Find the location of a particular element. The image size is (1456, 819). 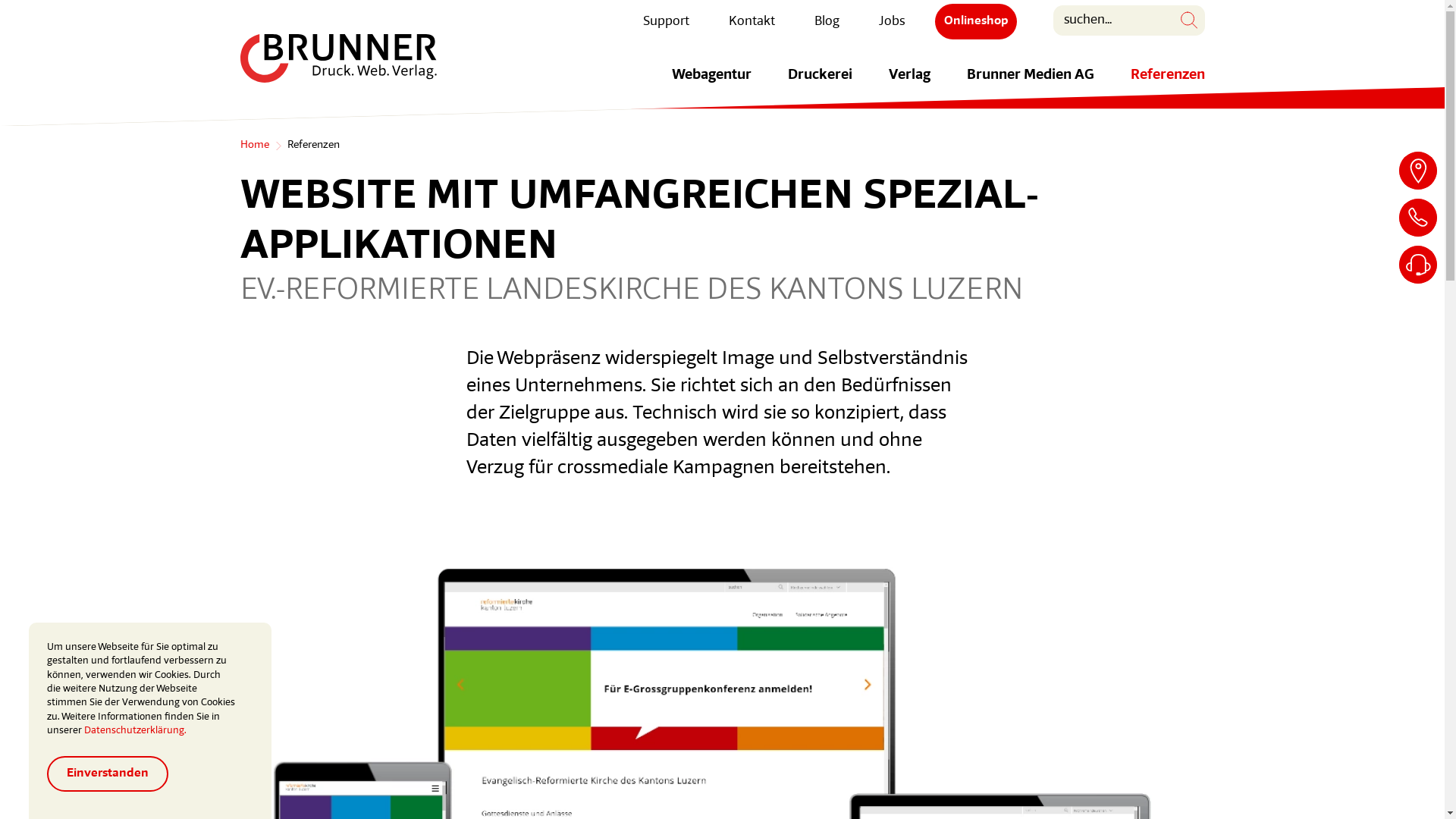

'Referenzen' is located at coordinates (1166, 84).